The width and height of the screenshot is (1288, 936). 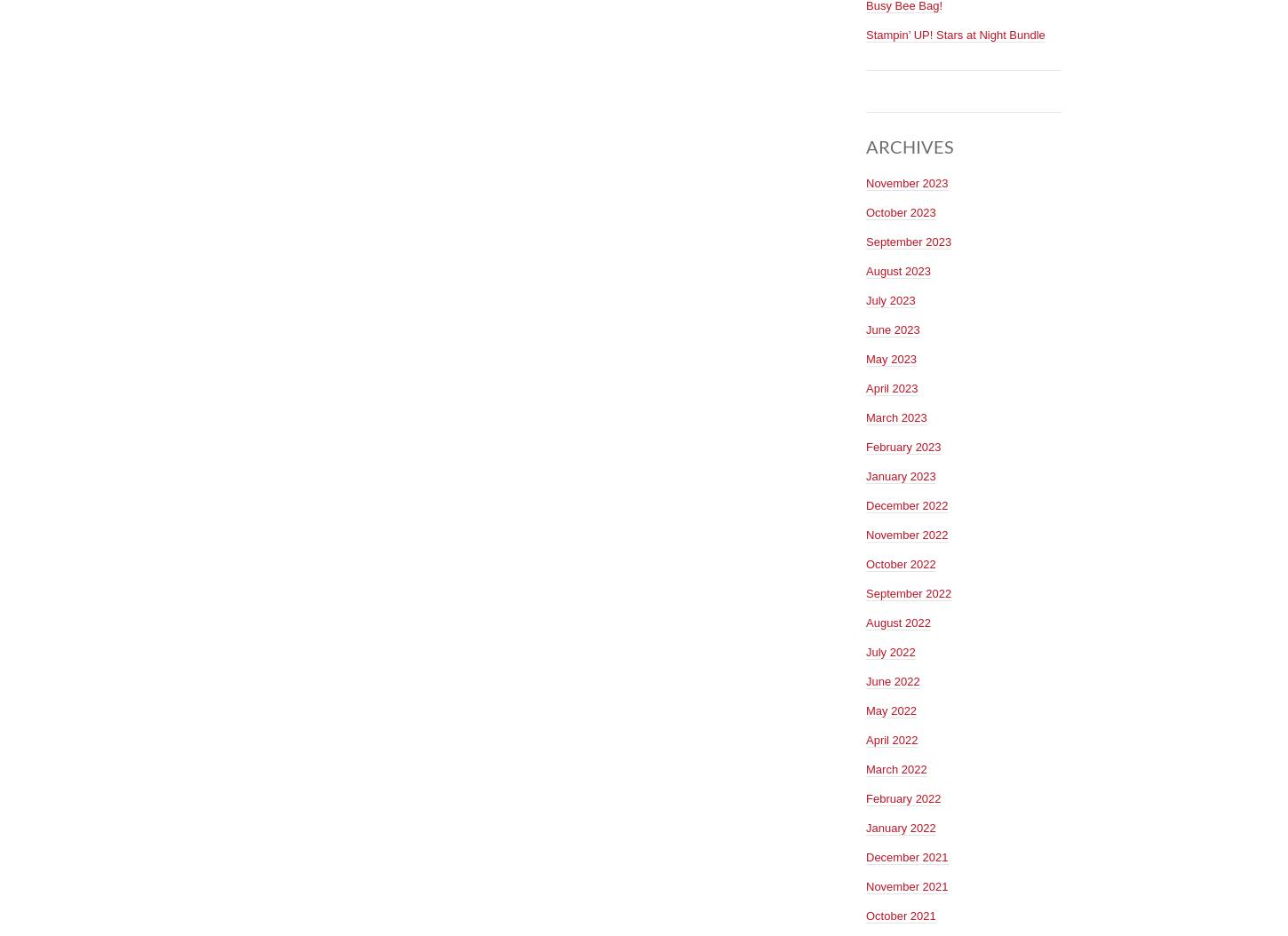 I want to click on 'July 2022', so click(x=865, y=650).